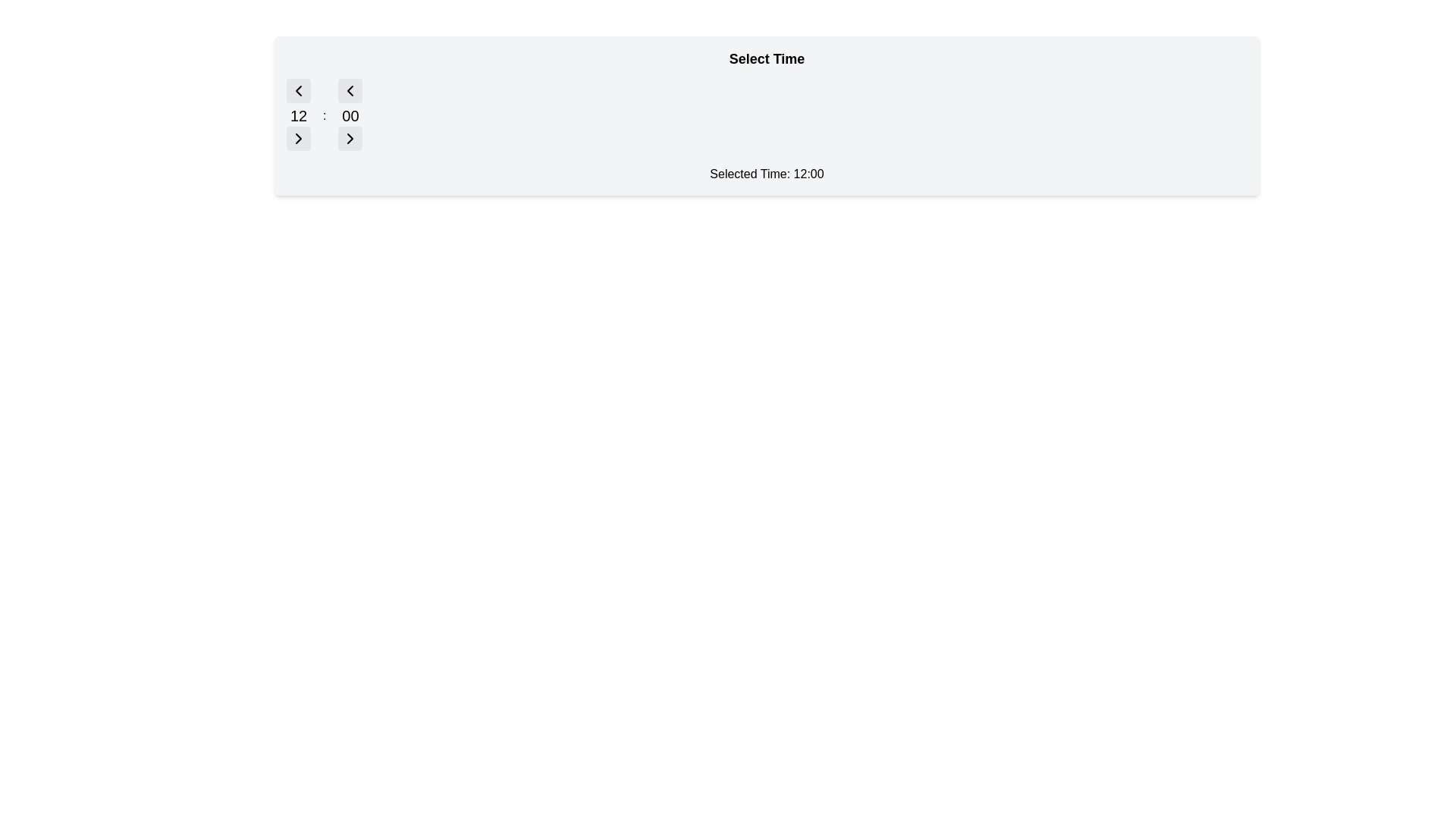  I want to click on the backward navigation icon located in the top-left corner of the time selection interface to initiate a backward navigation, so click(350, 90).